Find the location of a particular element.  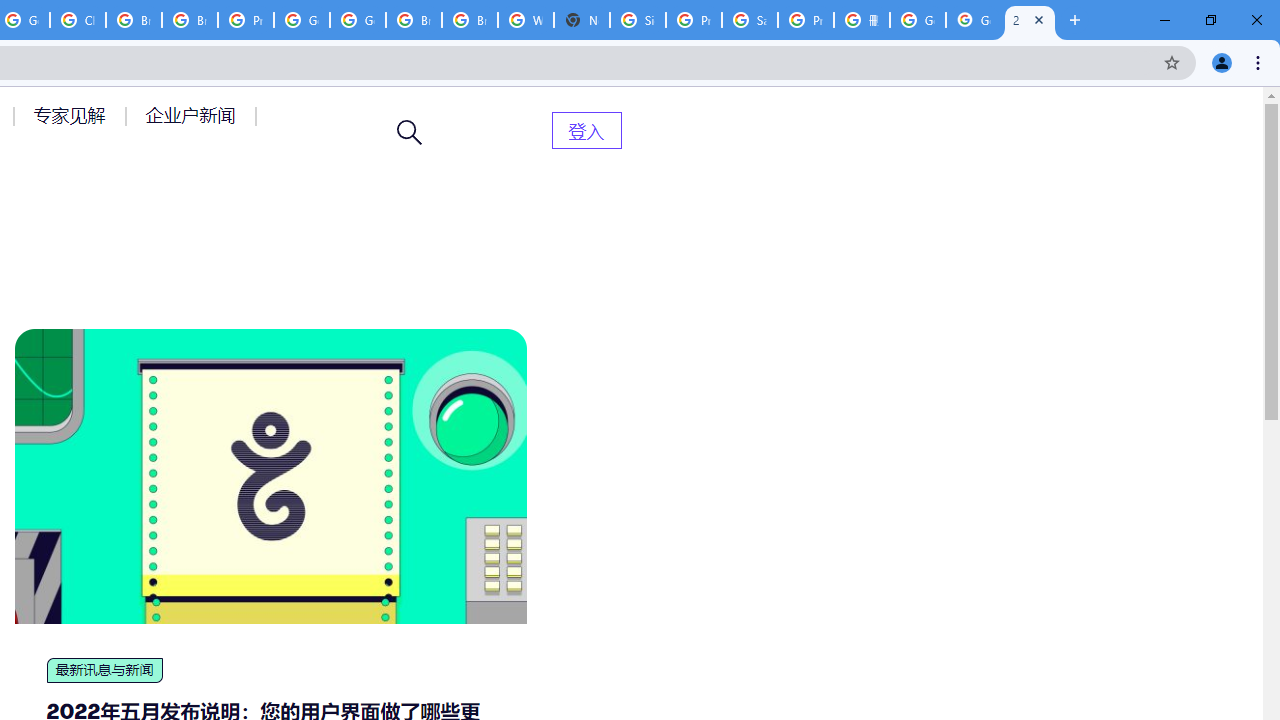

'Open search form' is located at coordinates (409, 132).